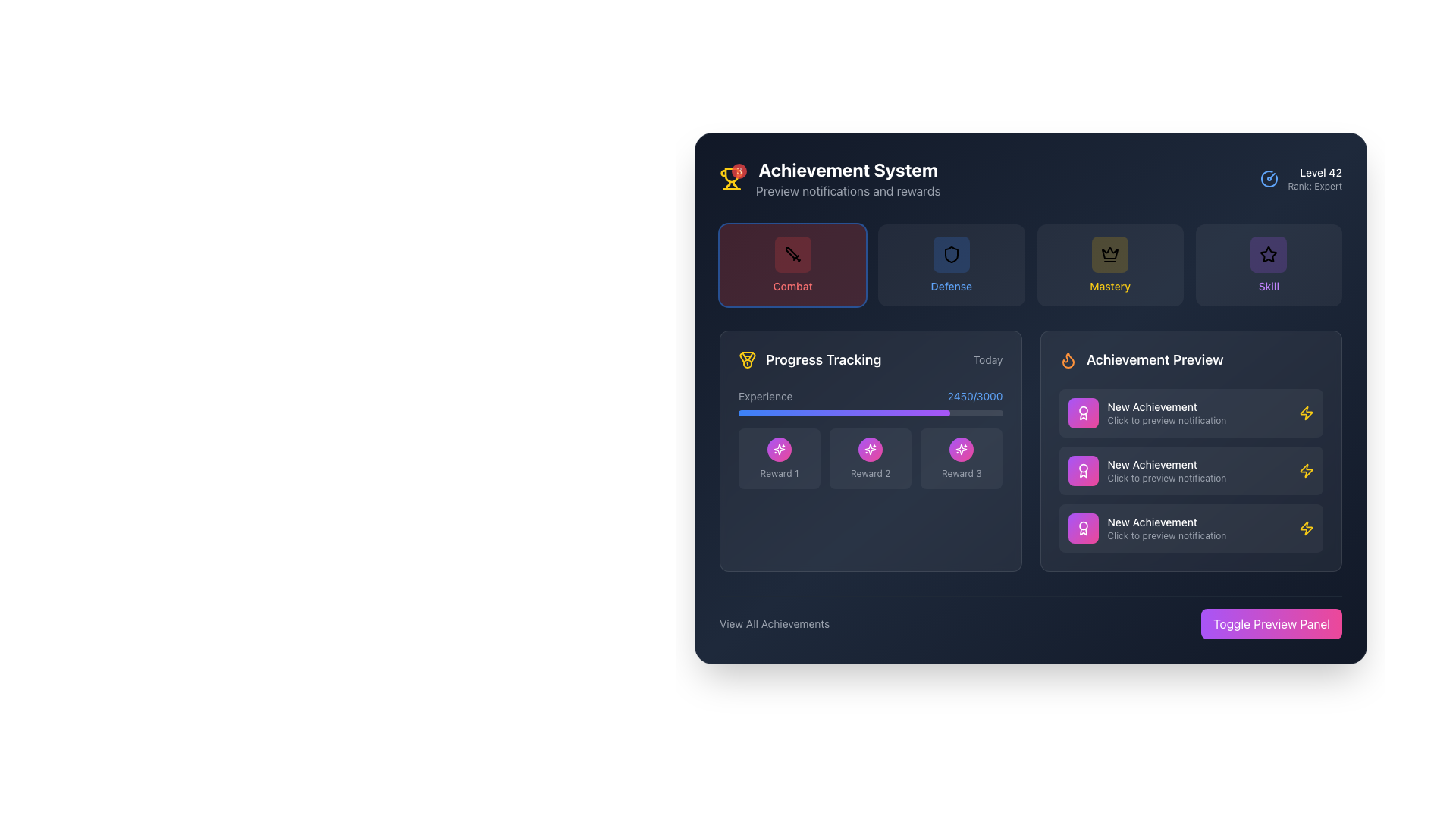 The width and height of the screenshot is (1456, 819). Describe the element at coordinates (731, 174) in the screenshot. I see `the trophy icon with a yellow outline located under the 'Achievement System' header in the user interface` at that location.